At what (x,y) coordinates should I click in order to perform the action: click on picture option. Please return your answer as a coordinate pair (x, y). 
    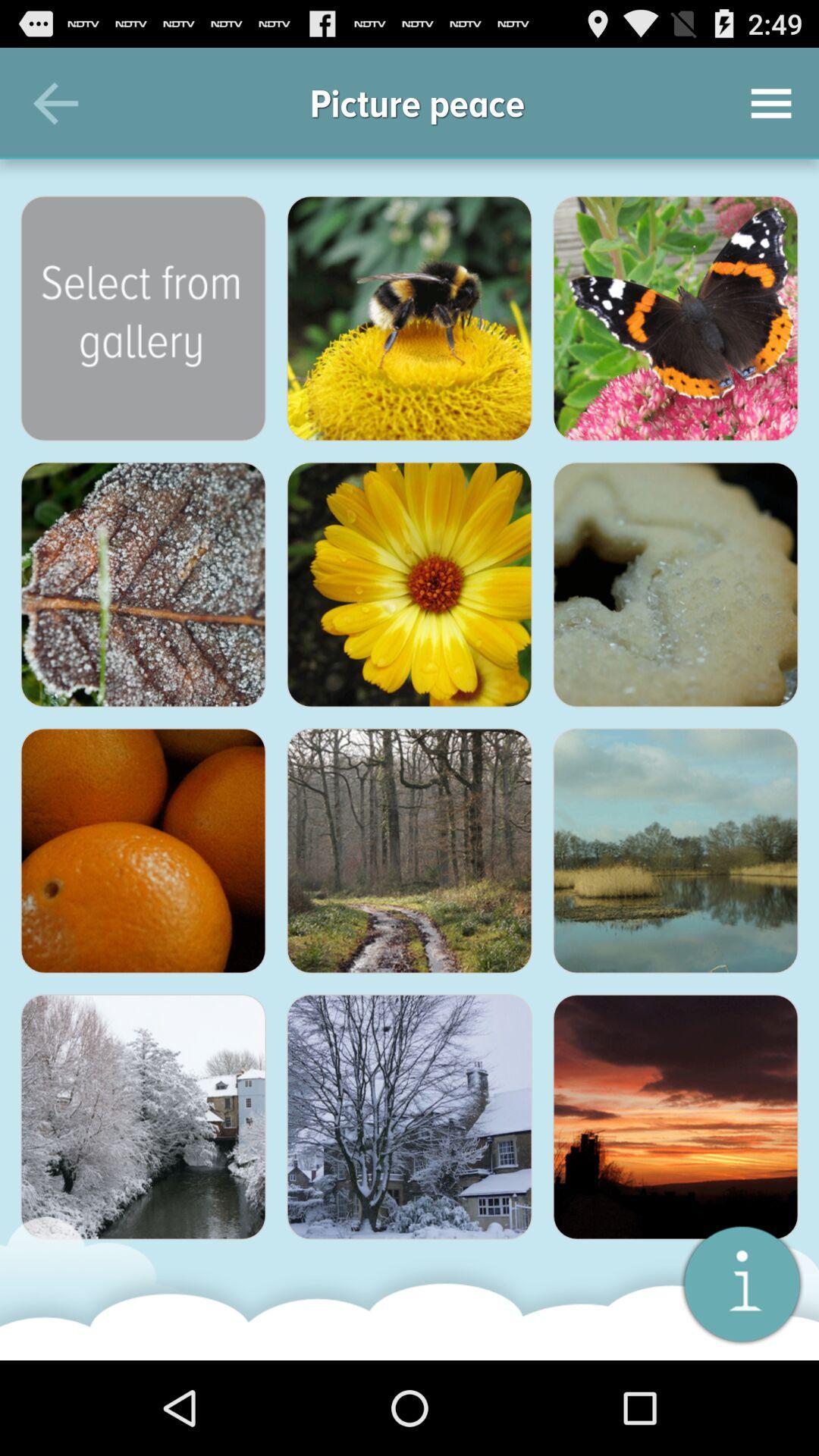
    Looking at the image, I should click on (675, 318).